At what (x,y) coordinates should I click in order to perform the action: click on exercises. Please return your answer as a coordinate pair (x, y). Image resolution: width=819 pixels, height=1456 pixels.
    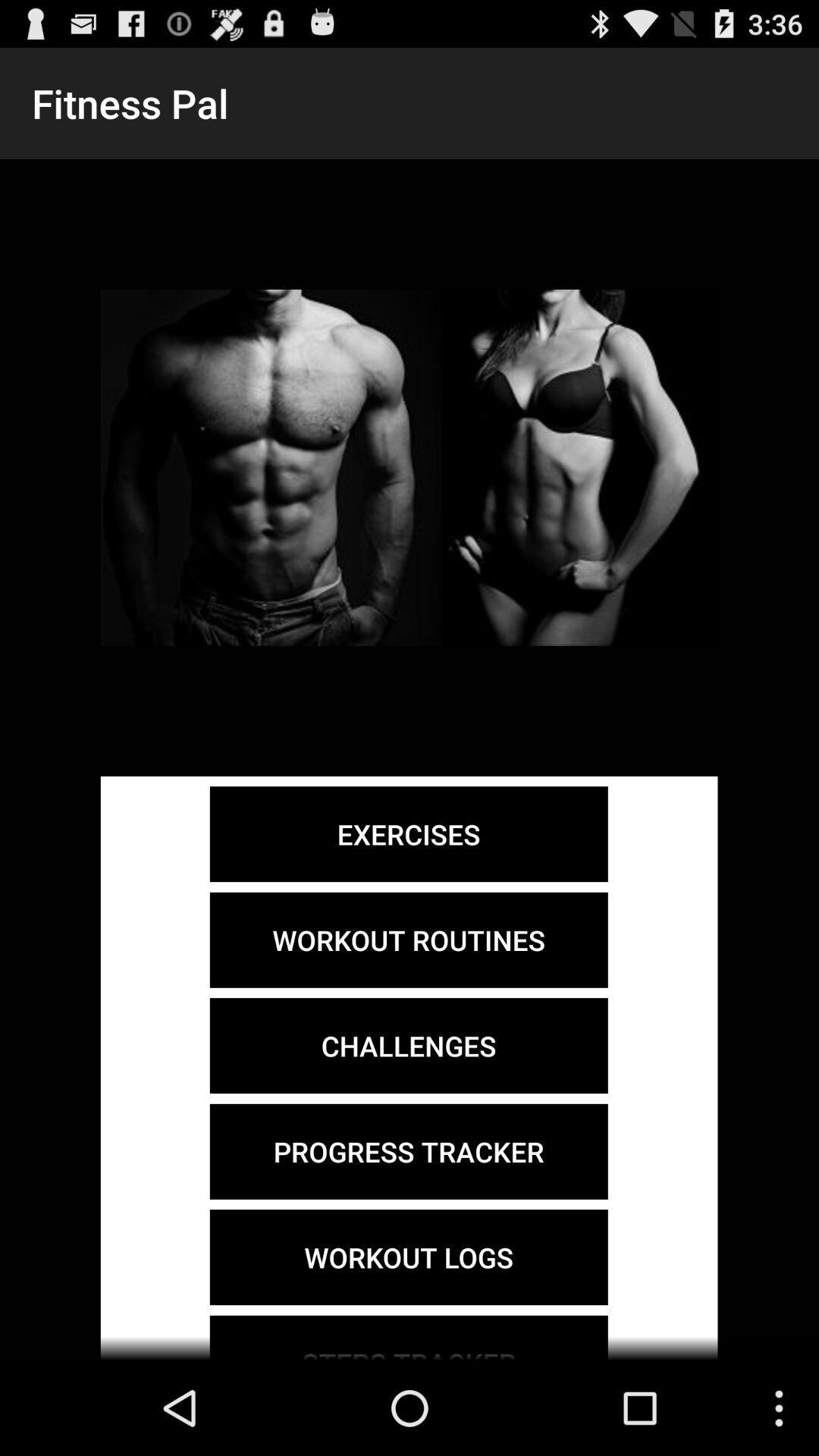
    Looking at the image, I should click on (408, 833).